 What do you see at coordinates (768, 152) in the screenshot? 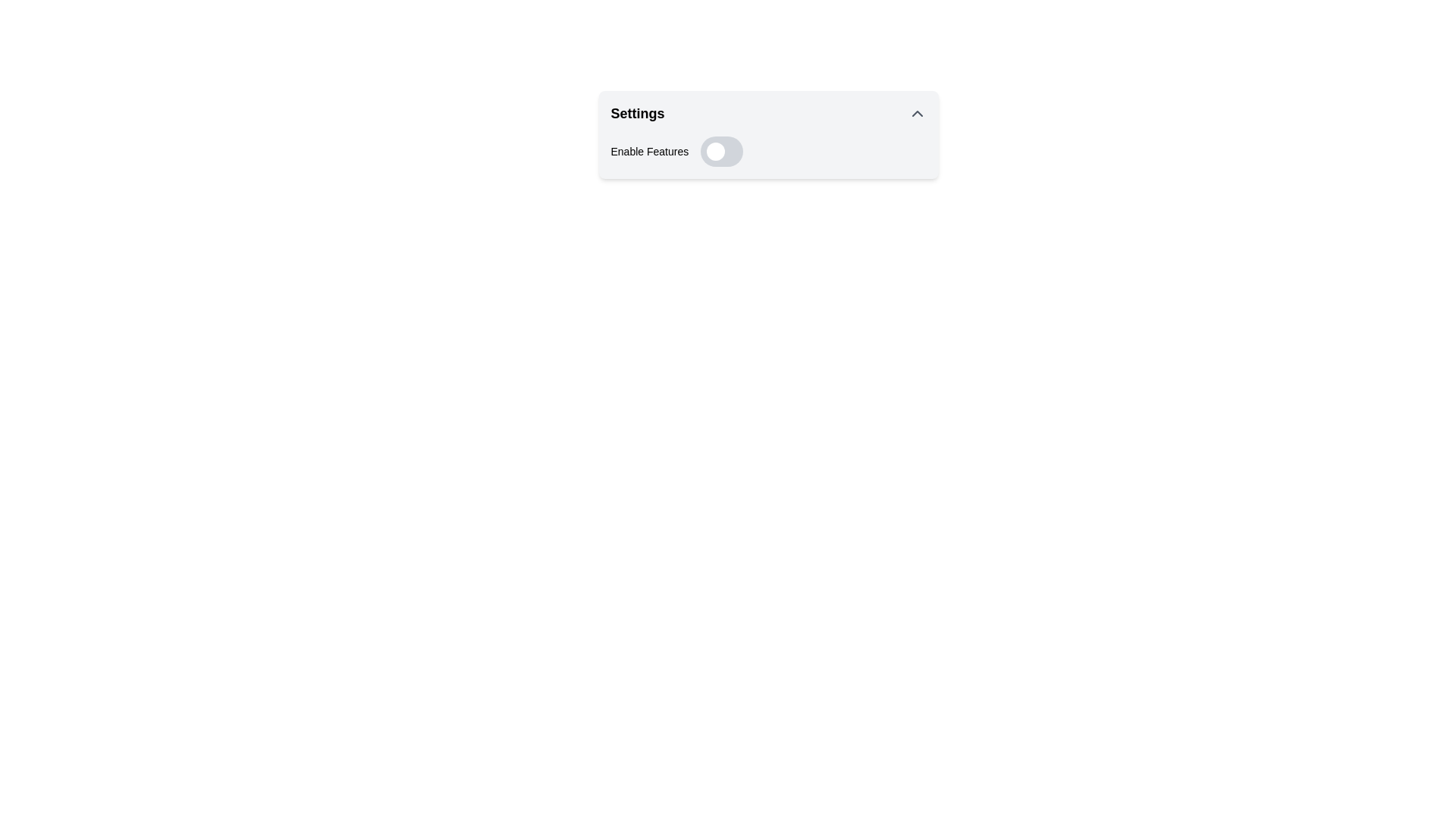
I see `the toggle switch labeled 'Enable Features'` at bounding box center [768, 152].